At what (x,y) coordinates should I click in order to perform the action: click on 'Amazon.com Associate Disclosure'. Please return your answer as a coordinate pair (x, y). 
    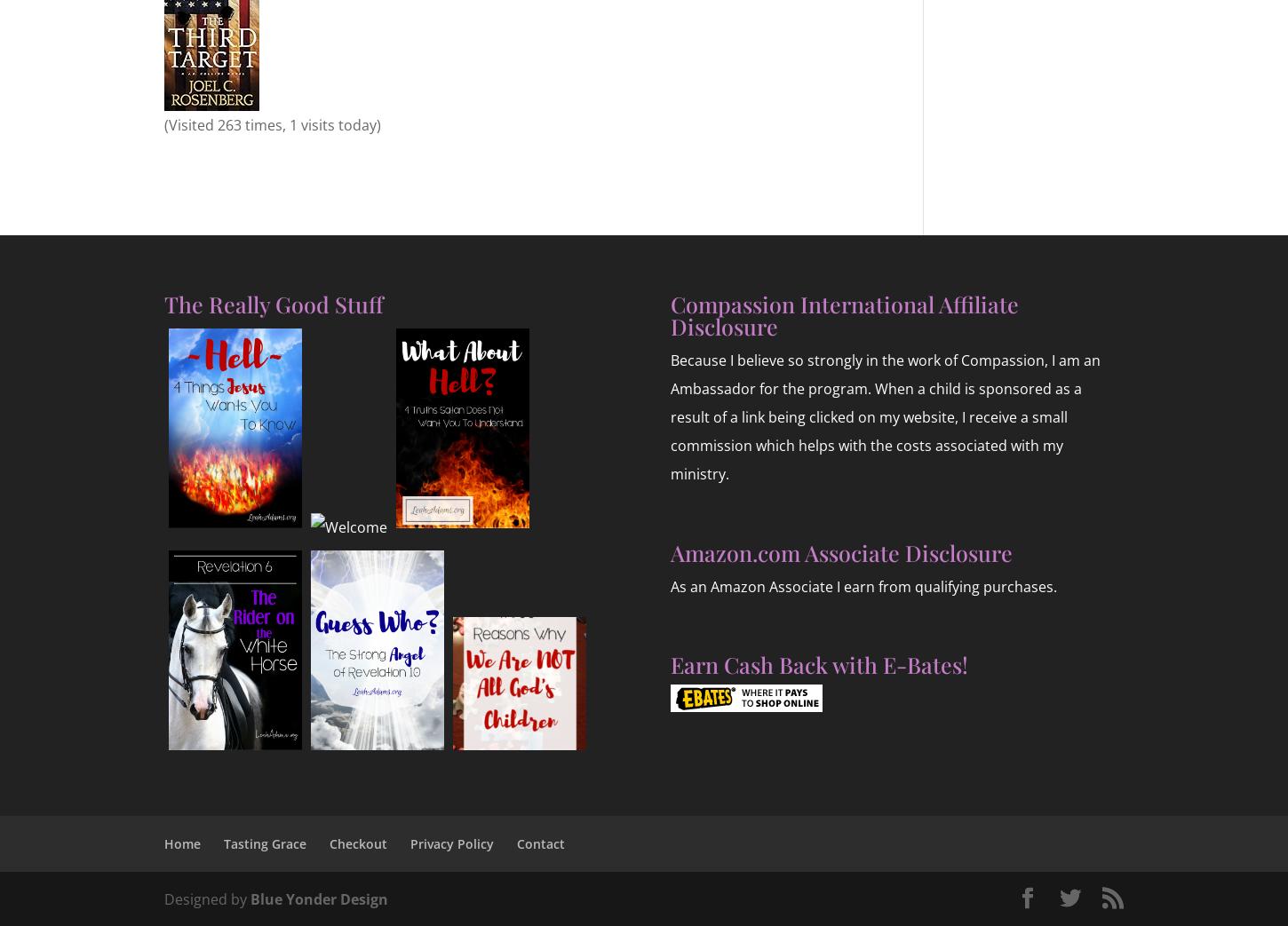
    Looking at the image, I should click on (670, 550).